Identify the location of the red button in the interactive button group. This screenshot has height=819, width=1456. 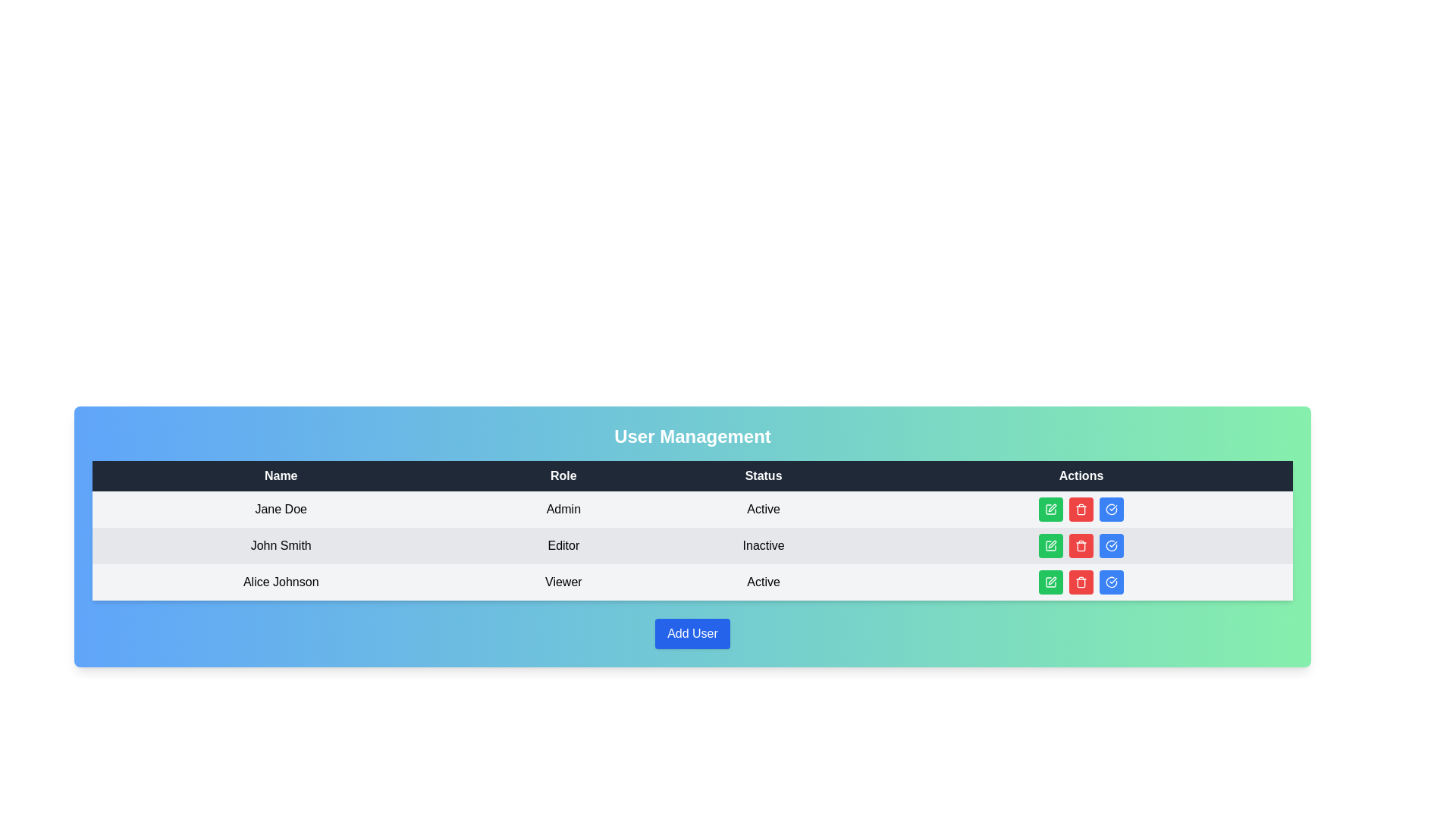
(1080, 581).